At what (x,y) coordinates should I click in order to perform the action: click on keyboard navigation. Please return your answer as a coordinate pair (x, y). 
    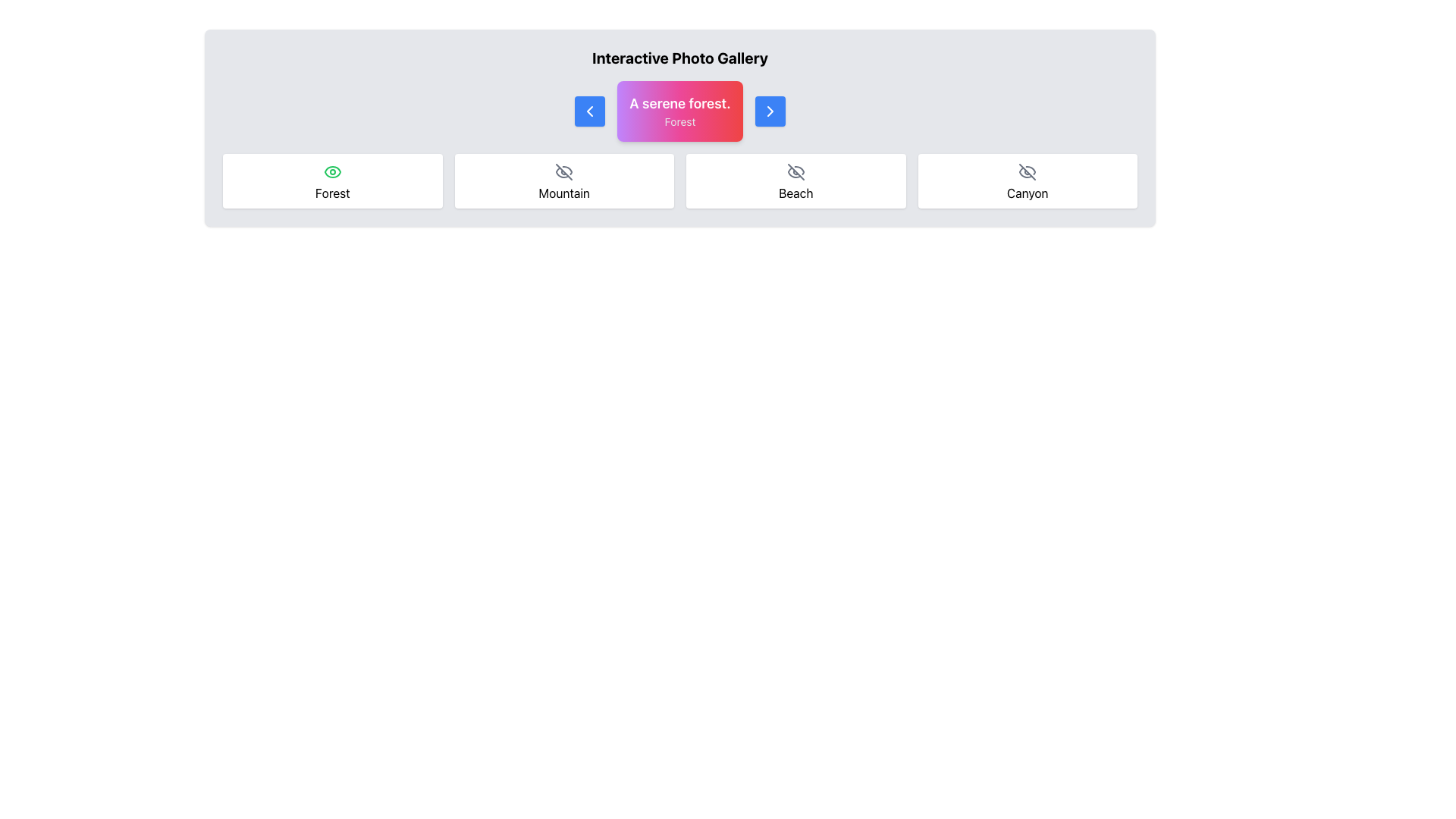
    Looking at the image, I should click on (1028, 171).